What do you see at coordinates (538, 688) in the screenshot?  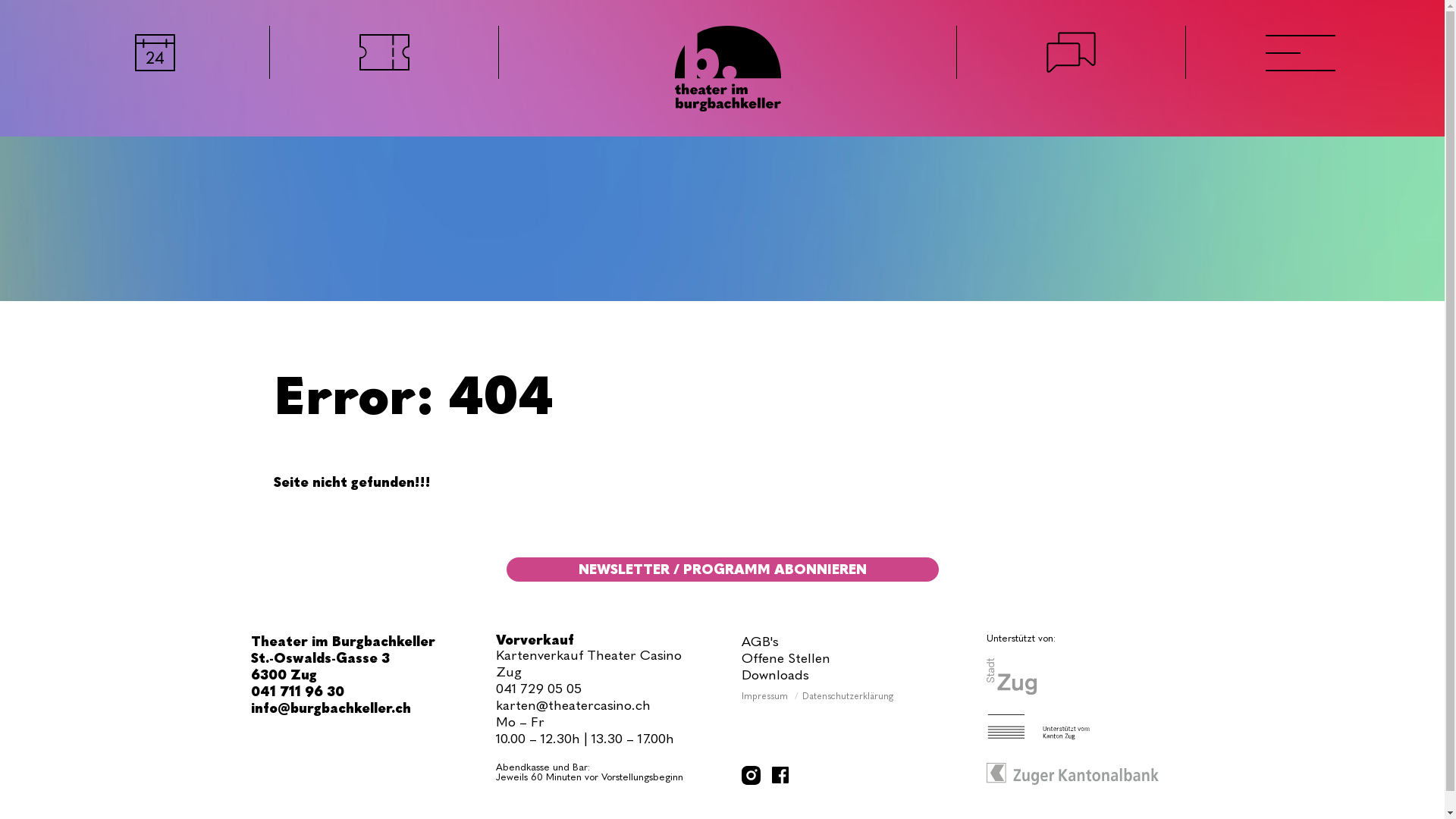 I see `'041 729 05 05'` at bounding box center [538, 688].